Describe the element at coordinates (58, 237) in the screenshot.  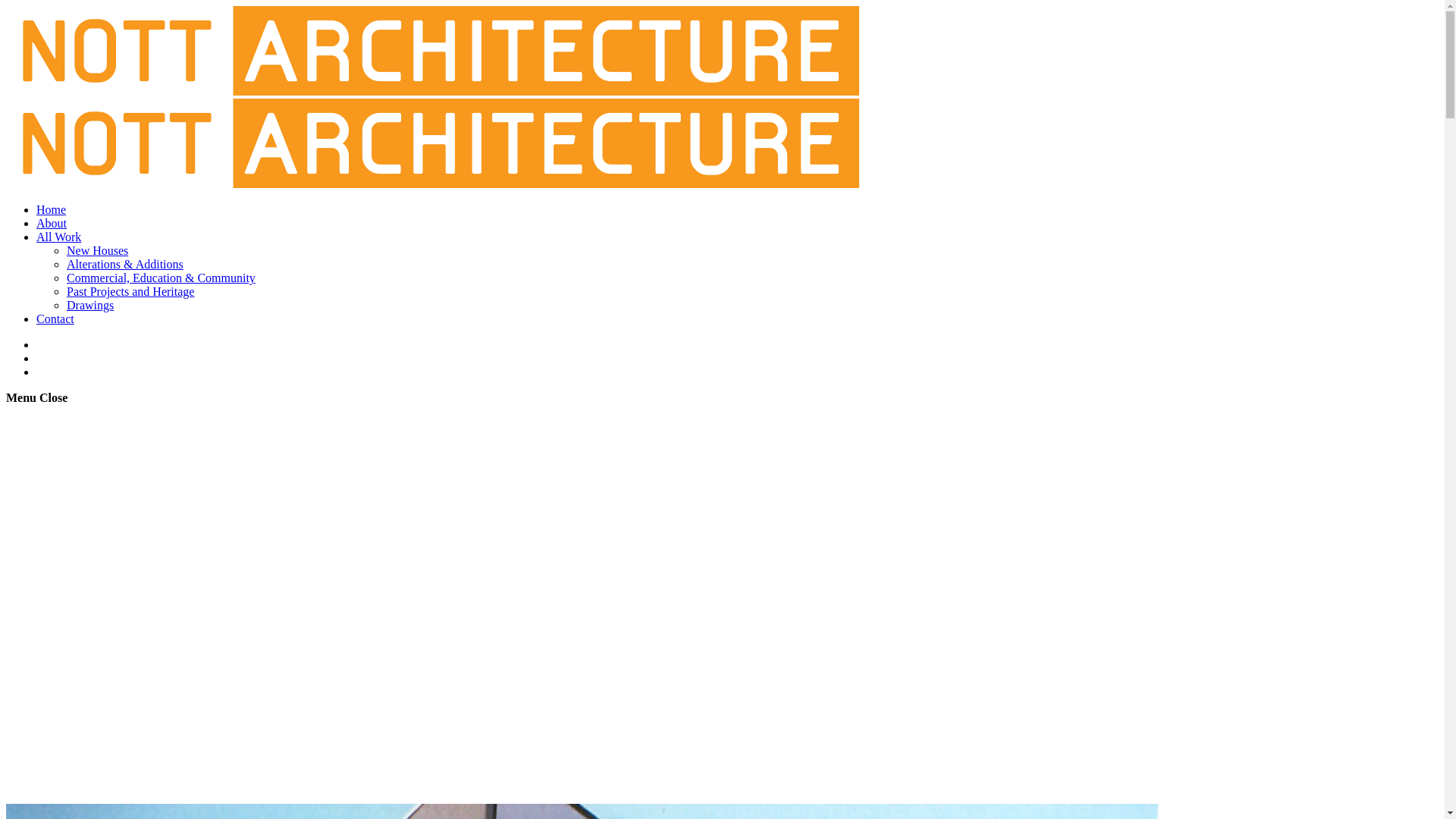
I see `'All Work'` at that location.